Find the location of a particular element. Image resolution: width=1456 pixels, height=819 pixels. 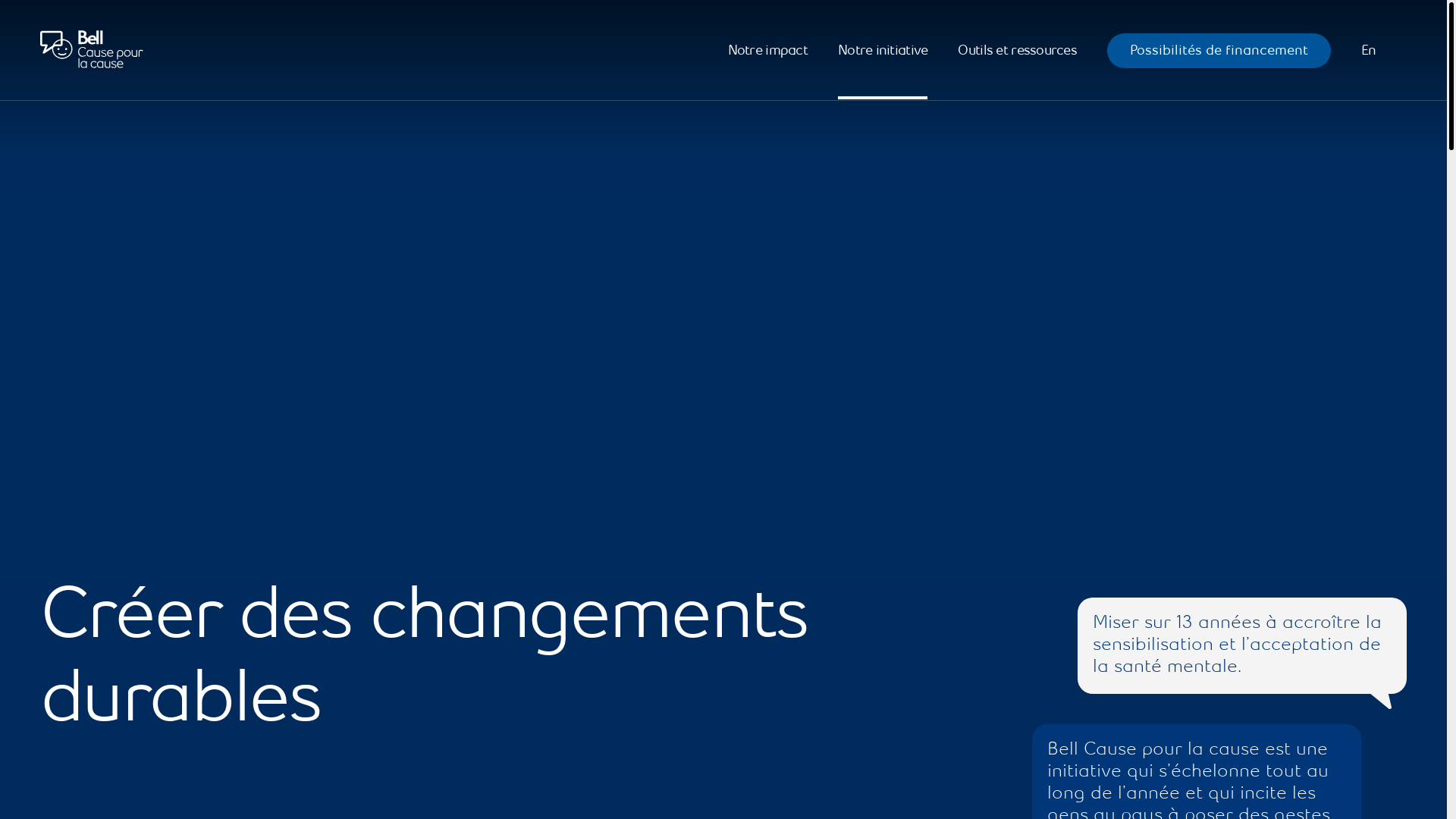

'Outils et ressources' is located at coordinates (1017, 49).